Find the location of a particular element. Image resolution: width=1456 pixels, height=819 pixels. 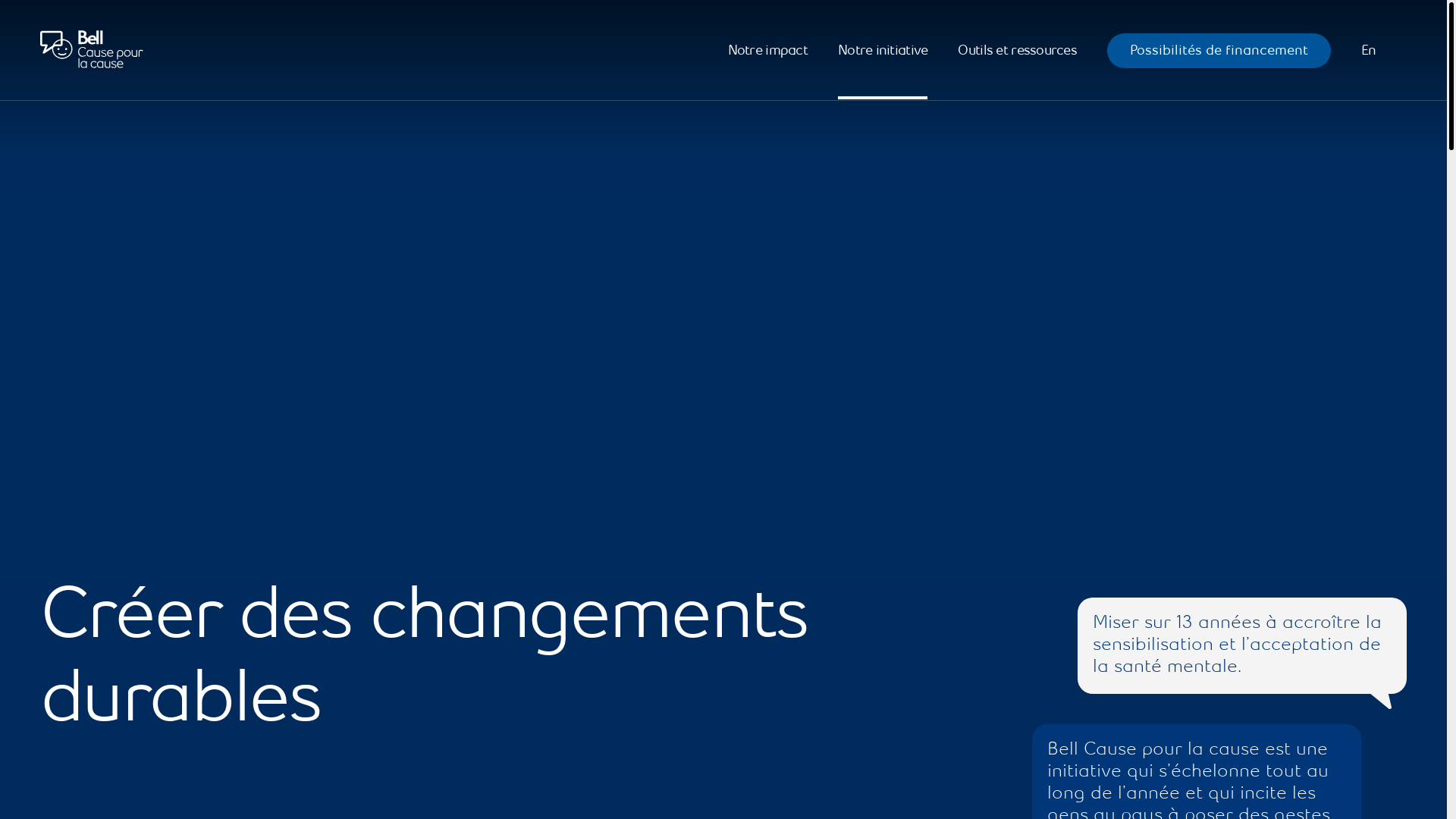

'Outils et ressources' is located at coordinates (1017, 49).